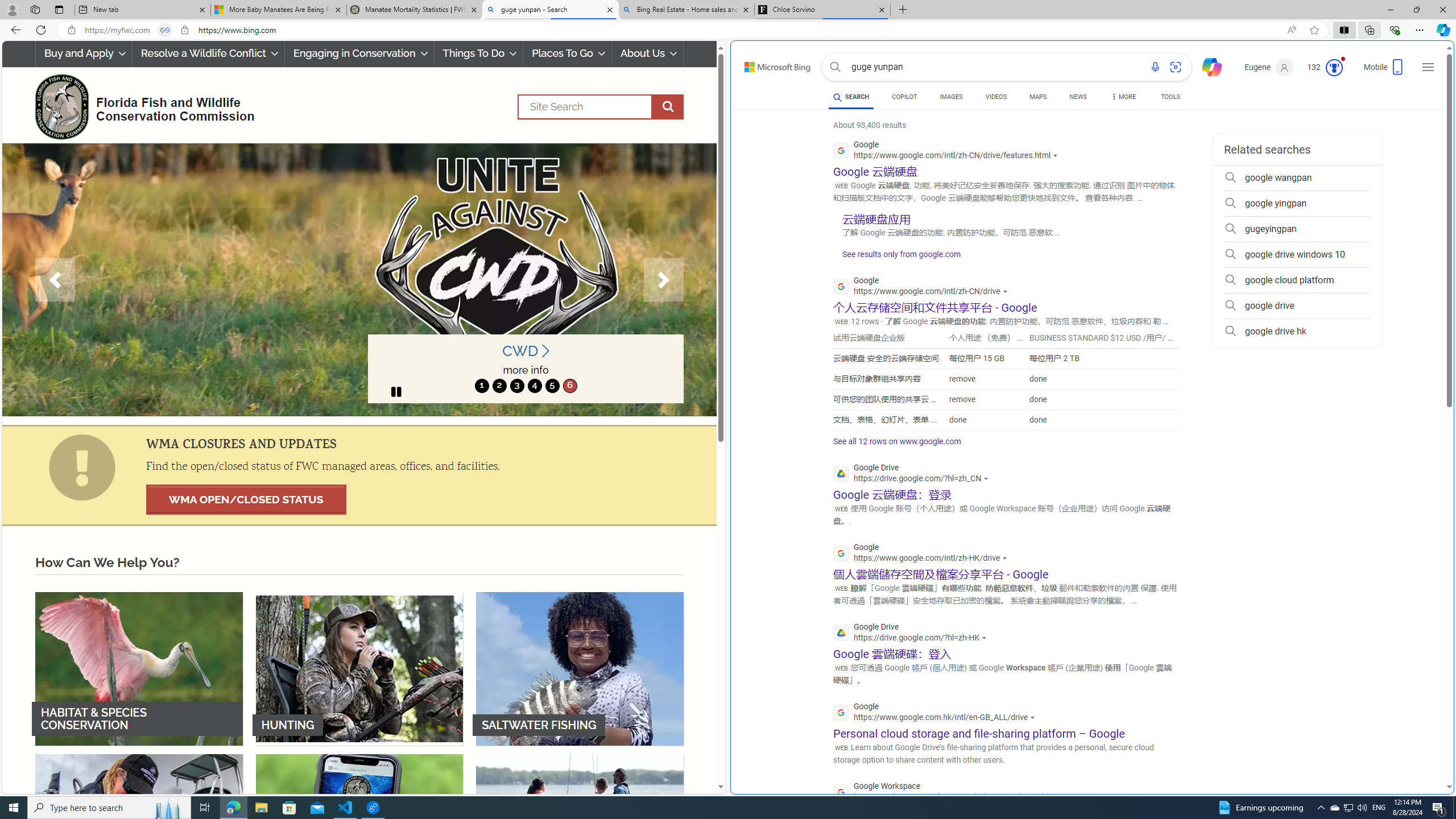  I want to click on 'Restore', so click(1416, 9).